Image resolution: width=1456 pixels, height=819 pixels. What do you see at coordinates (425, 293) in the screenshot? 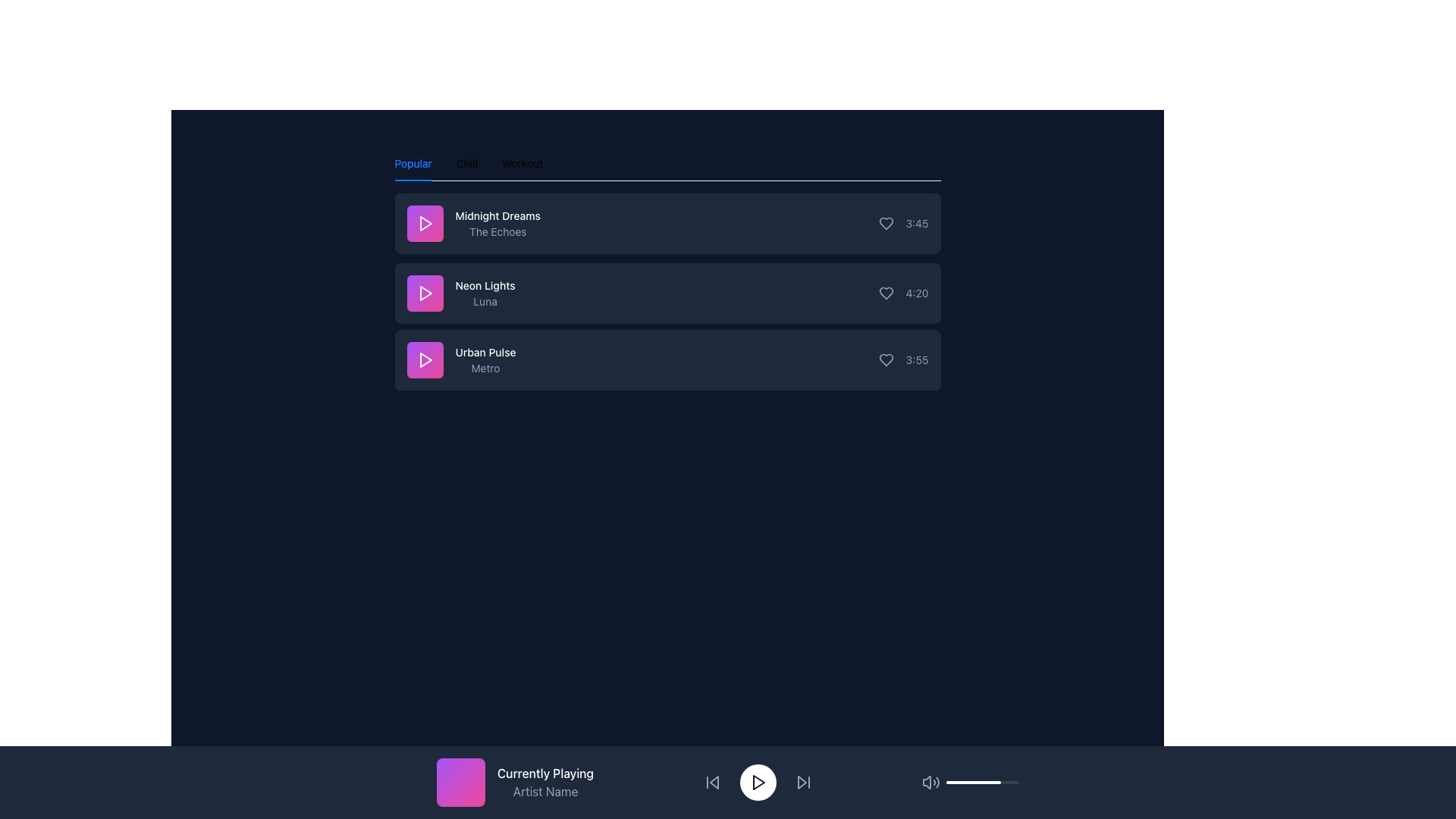
I see `the play icon, which is a bordered white triangle pointing to the right, located at the center of a purple-to-pink gradient circular background, next to the text 'Neon Lights'` at bounding box center [425, 293].